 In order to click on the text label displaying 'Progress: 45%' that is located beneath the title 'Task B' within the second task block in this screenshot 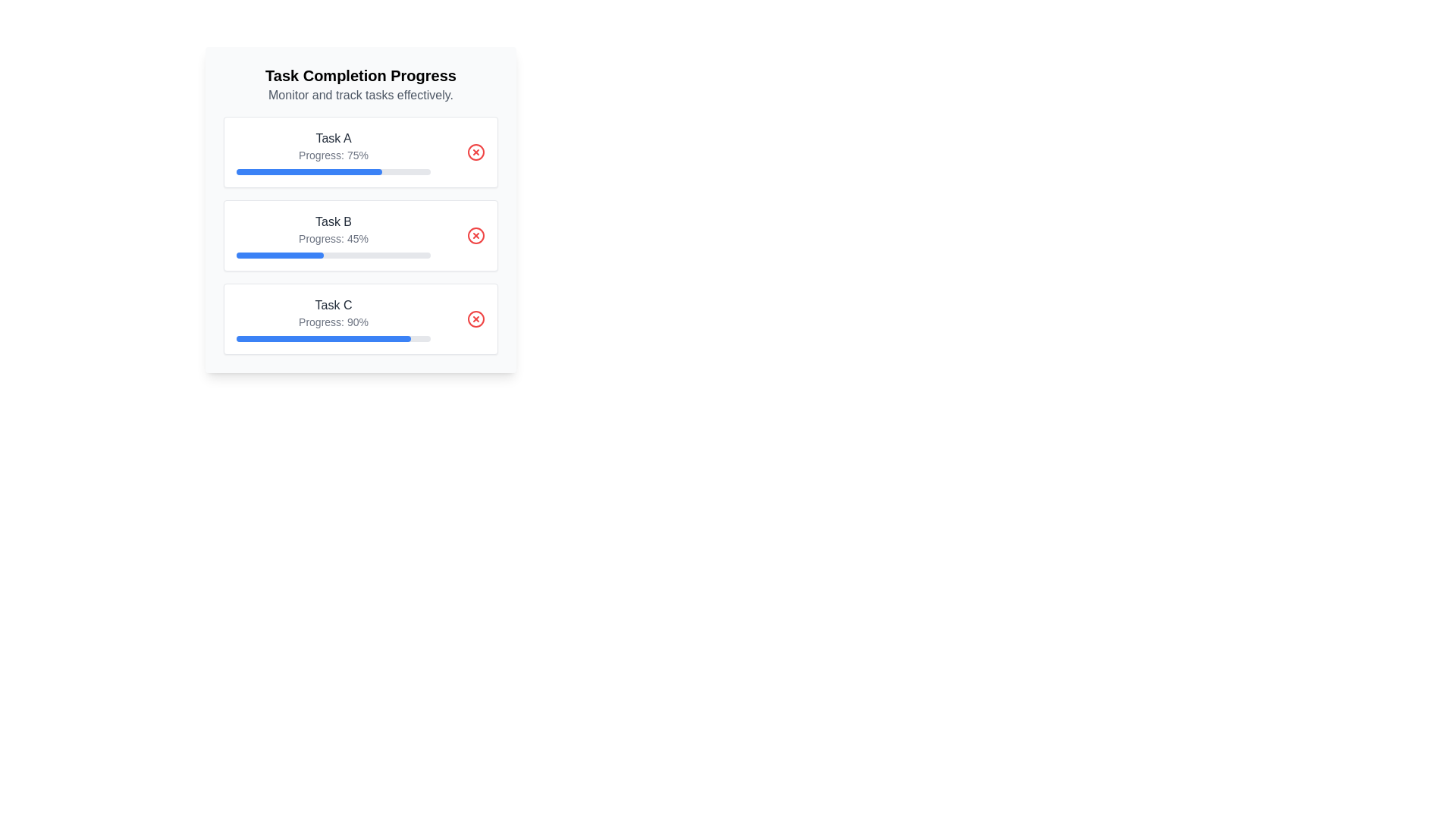, I will do `click(333, 239)`.